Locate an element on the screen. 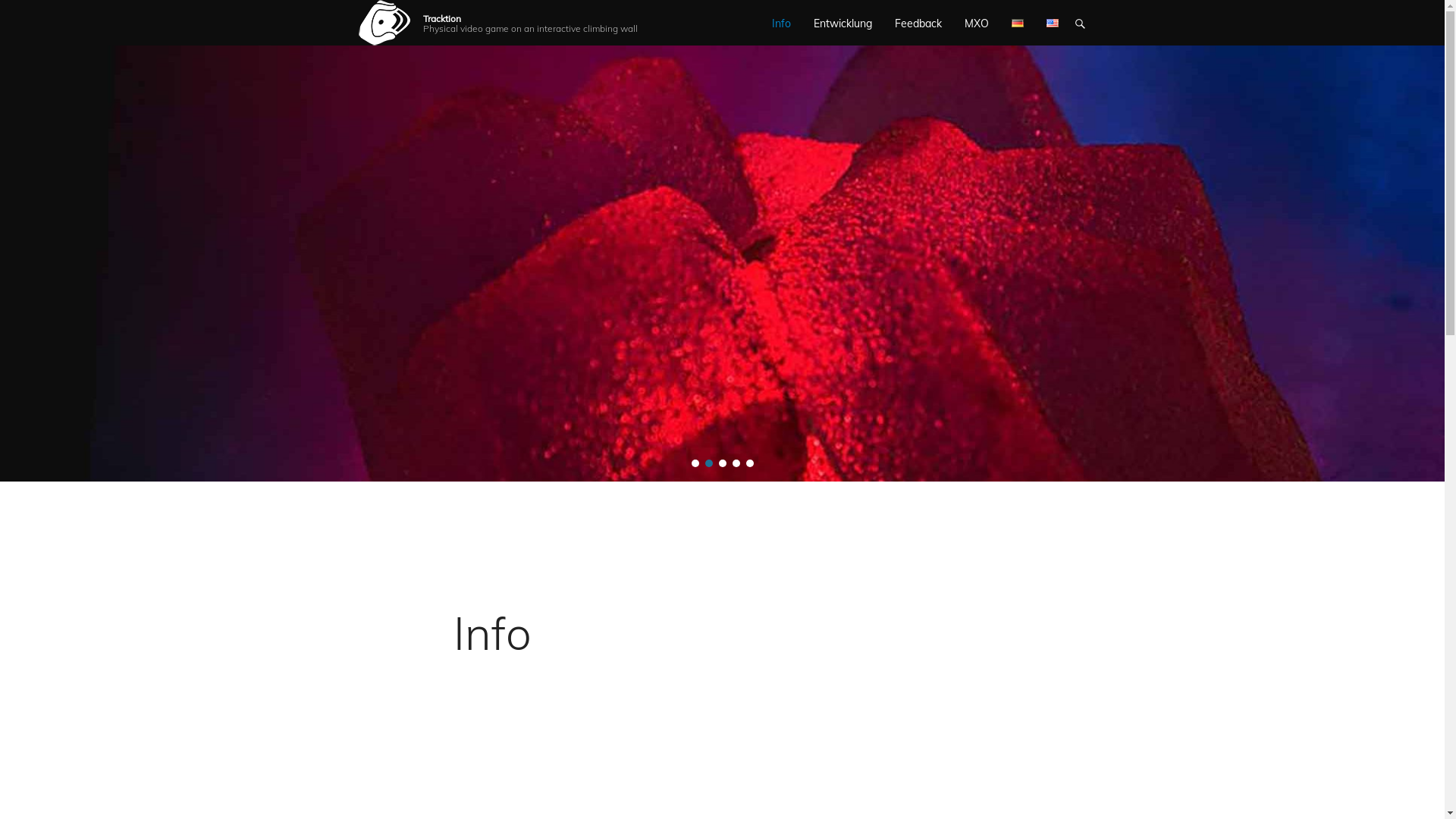 This screenshot has width=1456, height=819. '3' is located at coordinates (722, 462).